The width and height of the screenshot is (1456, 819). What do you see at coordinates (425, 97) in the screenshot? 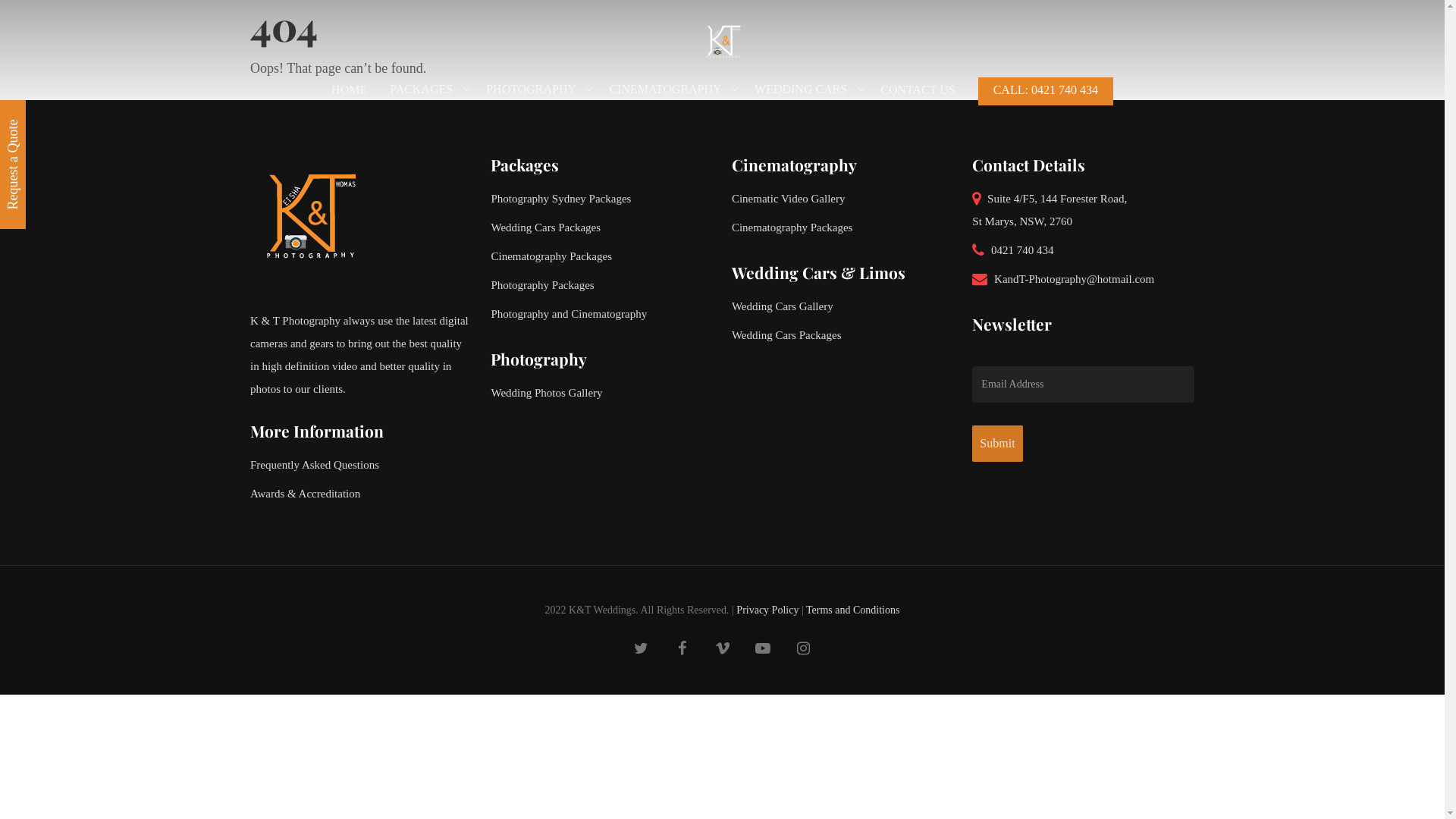
I see `'PACKAGES'` at bounding box center [425, 97].